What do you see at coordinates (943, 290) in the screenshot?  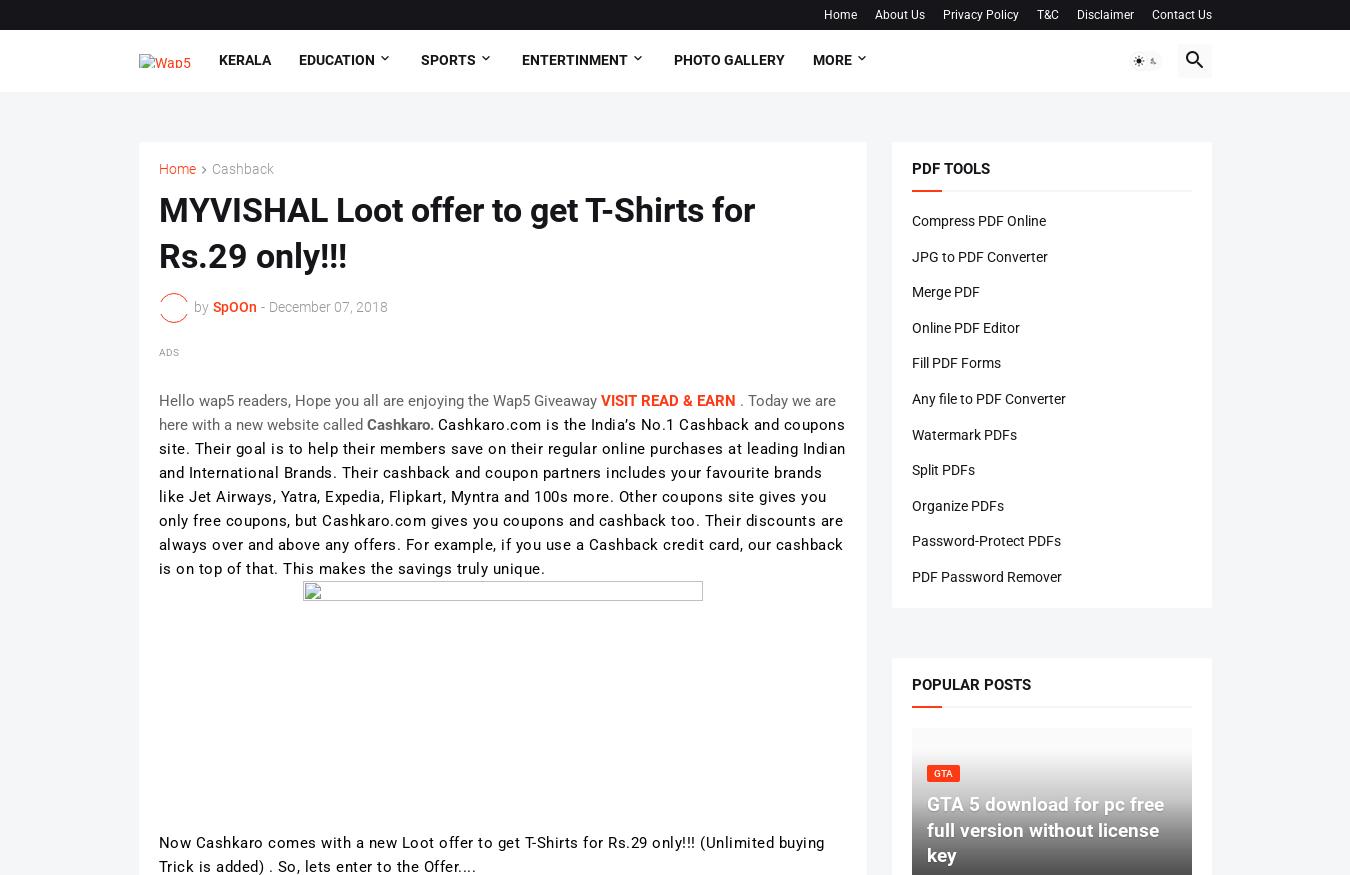 I see `'Merge PDF'` at bounding box center [943, 290].